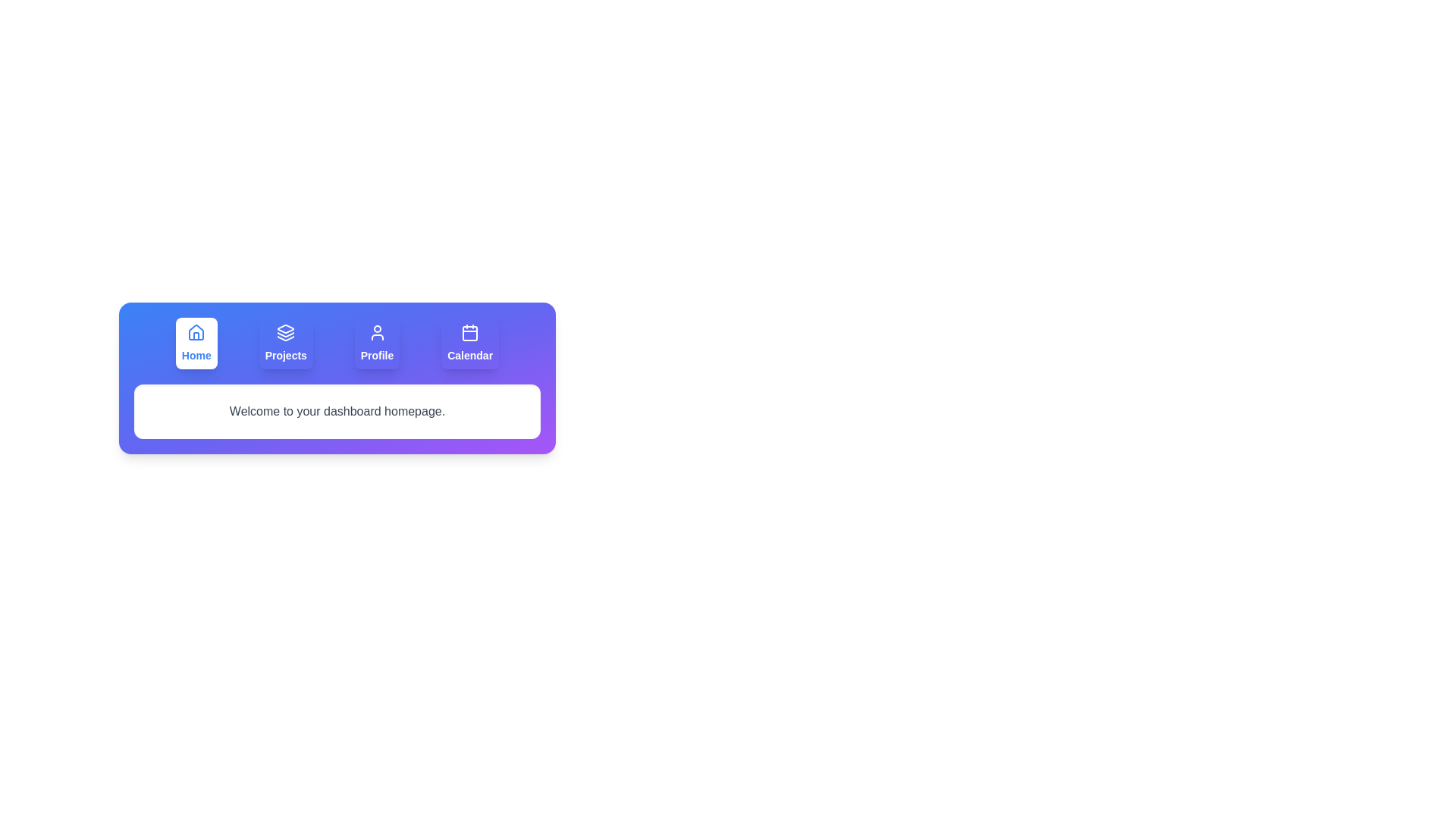  What do you see at coordinates (286, 343) in the screenshot?
I see `the tab button labeled Projects` at bounding box center [286, 343].